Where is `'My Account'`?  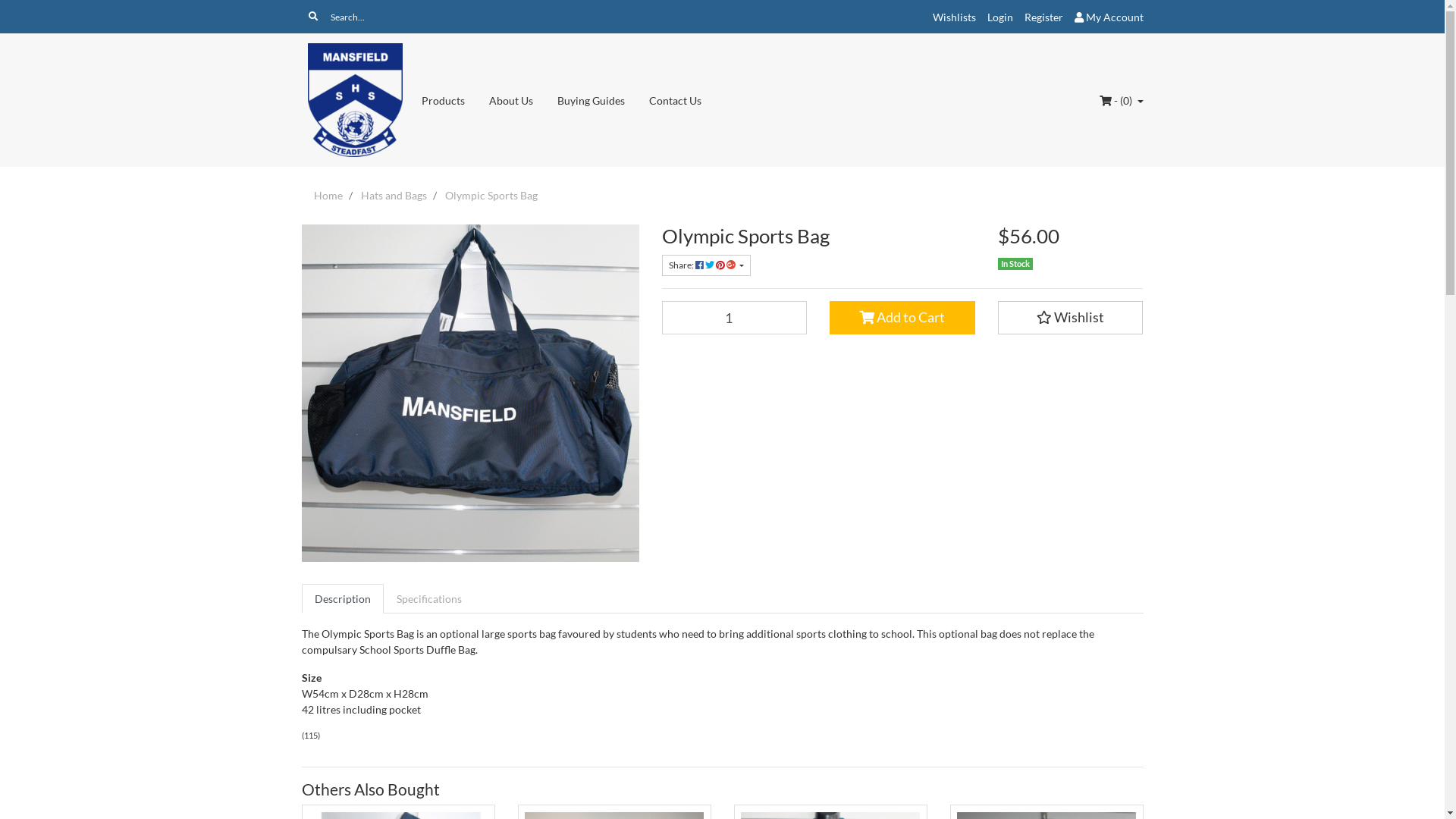 'My Account' is located at coordinates (1108, 17).